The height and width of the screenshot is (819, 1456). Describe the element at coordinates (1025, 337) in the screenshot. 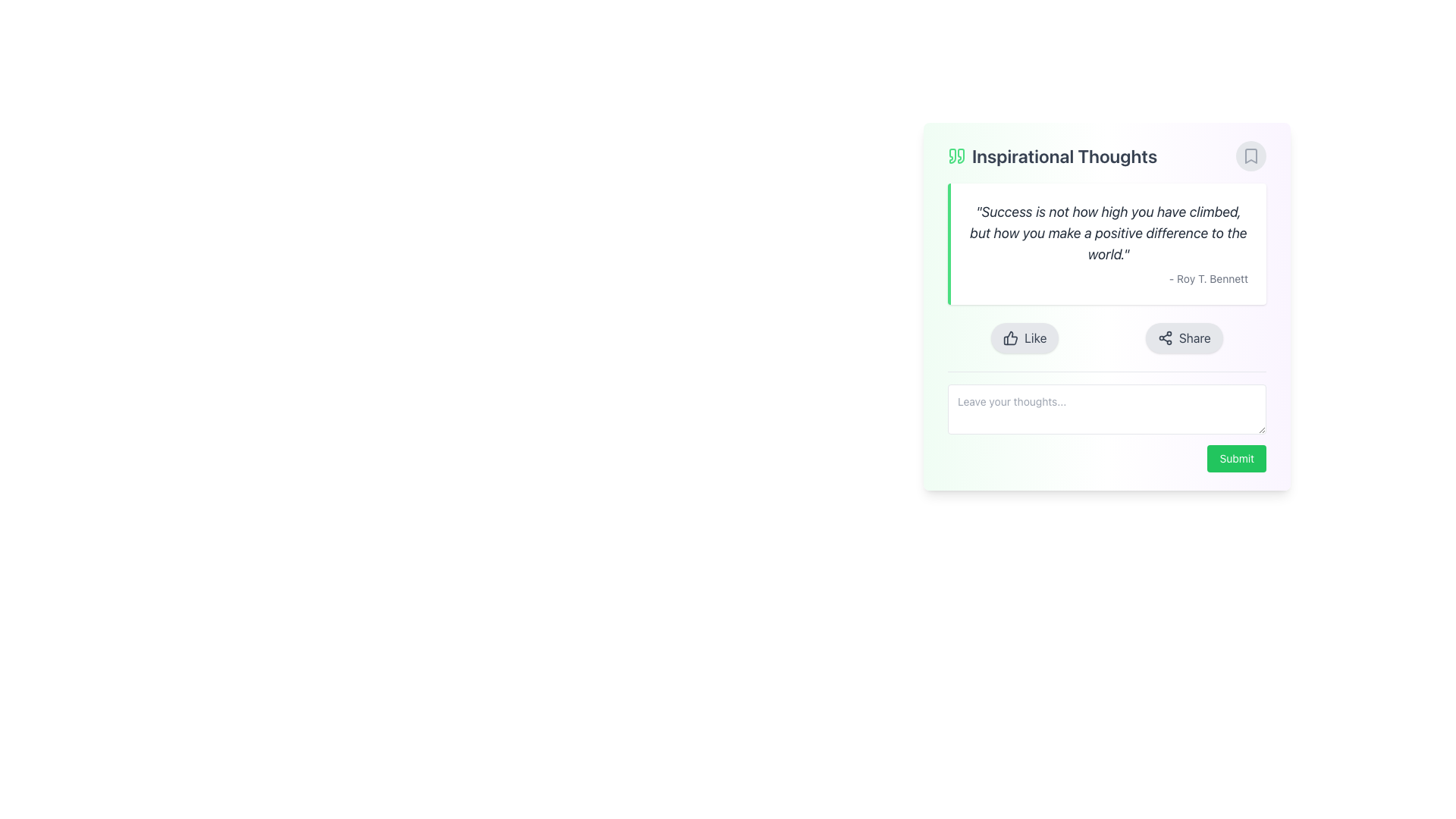

I see `the 'Like' button located in the 'Inspirational Thoughts' section, which is the first button on the left side, adjacent to the 'Share' button` at that location.